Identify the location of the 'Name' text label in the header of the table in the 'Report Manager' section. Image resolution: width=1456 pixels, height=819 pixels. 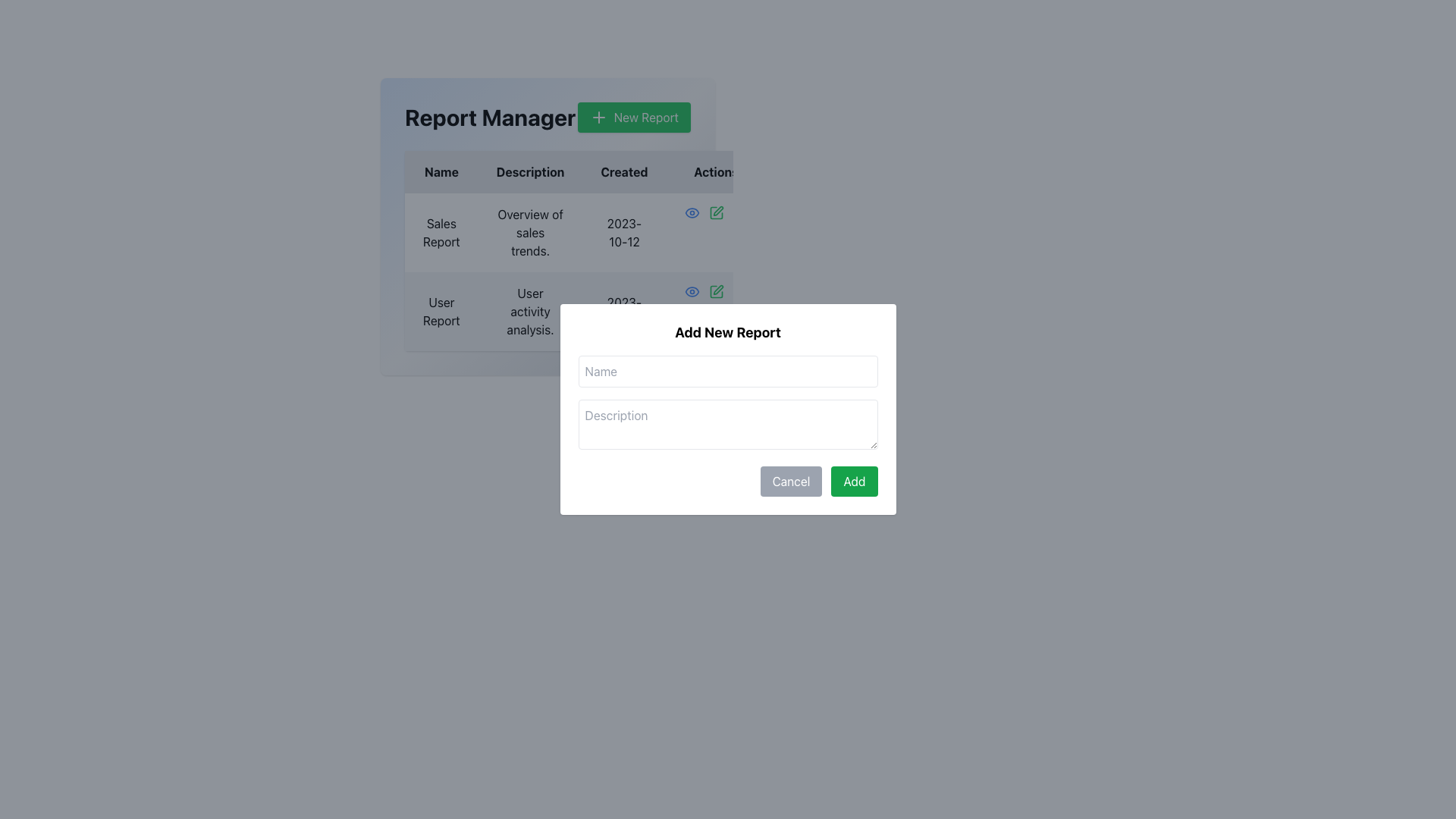
(441, 171).